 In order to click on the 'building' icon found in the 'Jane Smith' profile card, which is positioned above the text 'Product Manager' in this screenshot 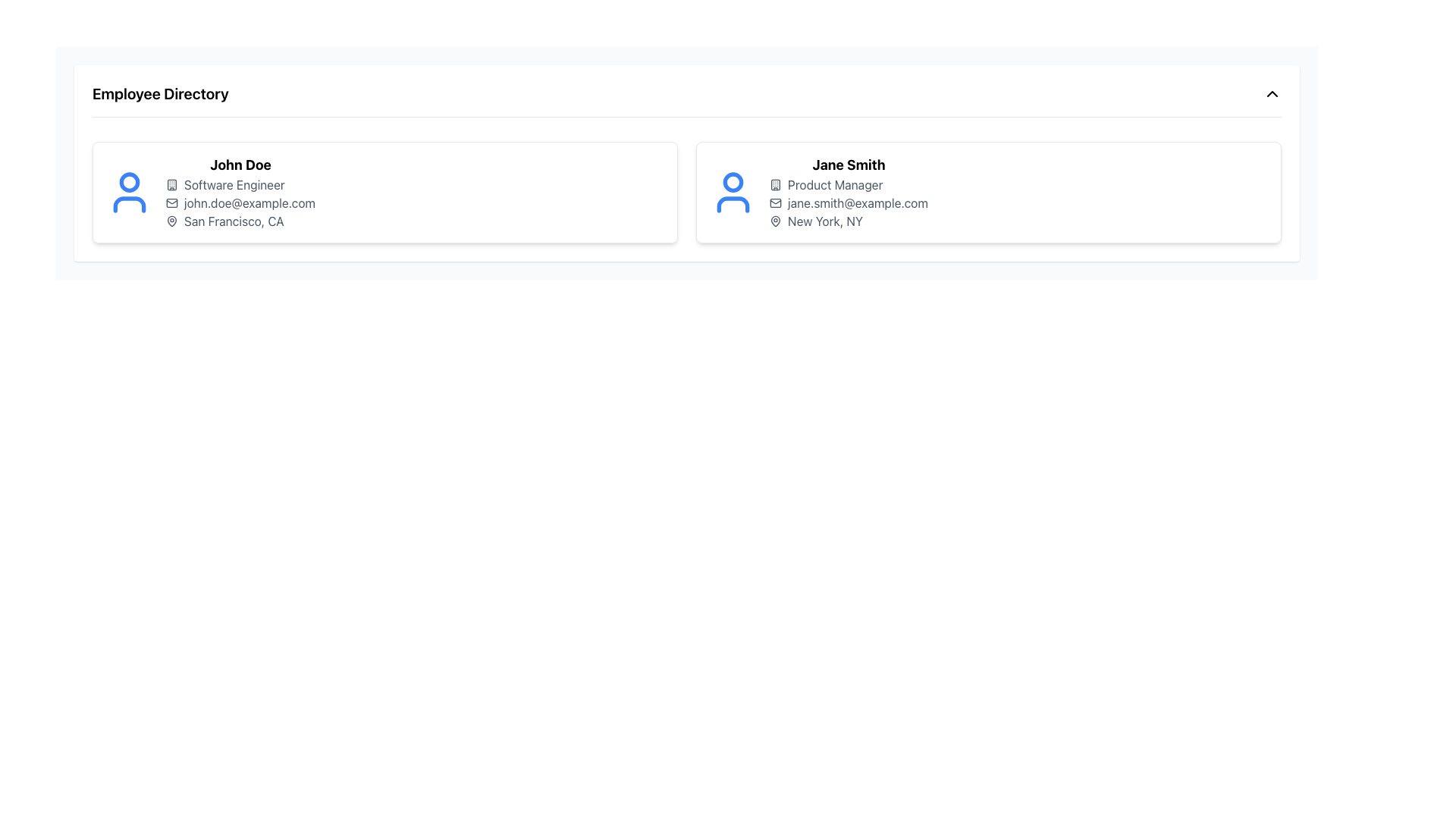, I will do `click(775, 184)`.